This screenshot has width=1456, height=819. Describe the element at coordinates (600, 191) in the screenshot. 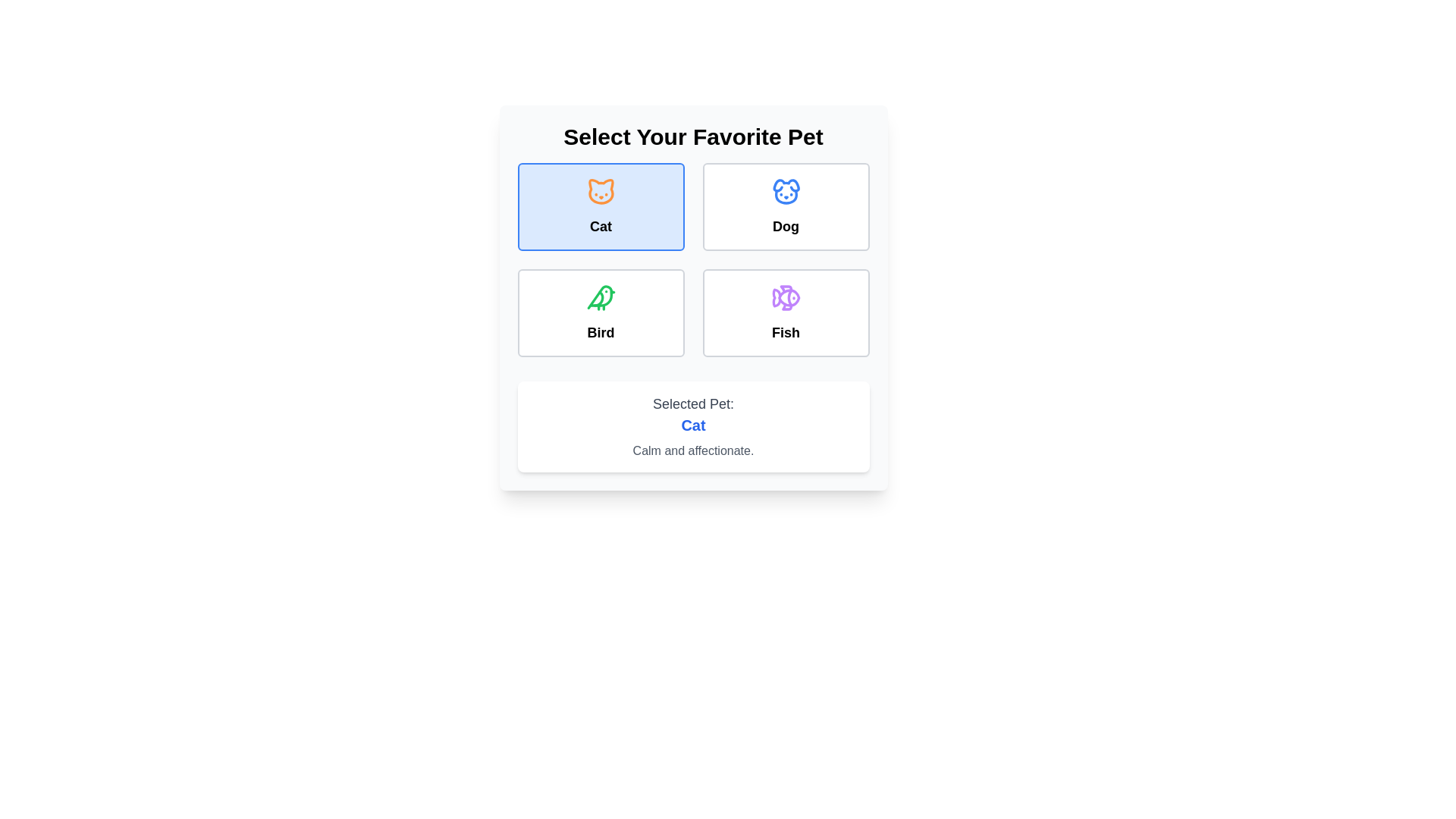

I see `the circular cat icon featuring a simplistic depiction of a cat's face in orange, located in the top-left box of the grid layout` at that location.